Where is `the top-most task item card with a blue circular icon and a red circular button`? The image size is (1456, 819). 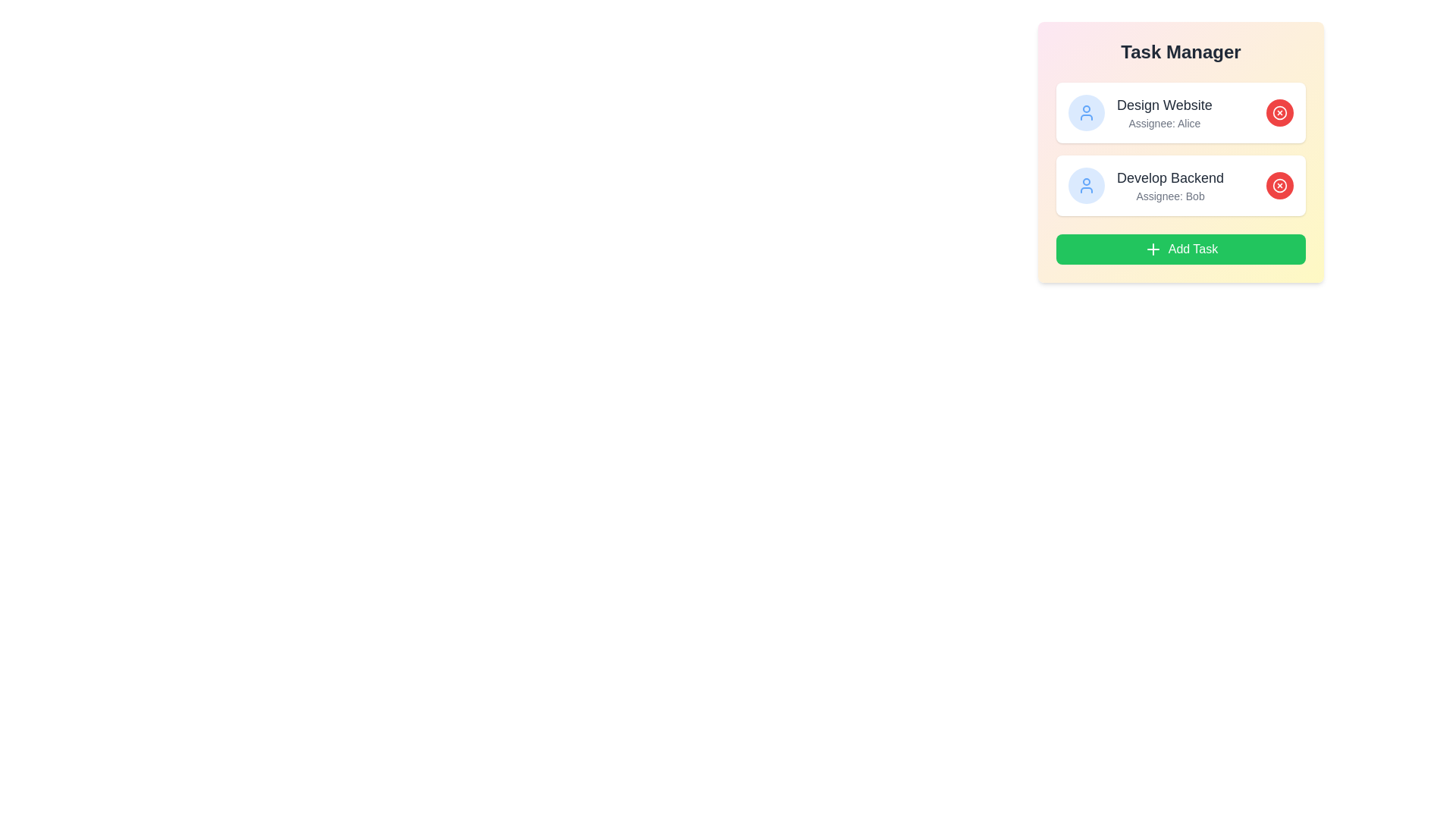
the top-most task item card with a blue circular icon and a red circular button is located at coordinates (1180, 112).